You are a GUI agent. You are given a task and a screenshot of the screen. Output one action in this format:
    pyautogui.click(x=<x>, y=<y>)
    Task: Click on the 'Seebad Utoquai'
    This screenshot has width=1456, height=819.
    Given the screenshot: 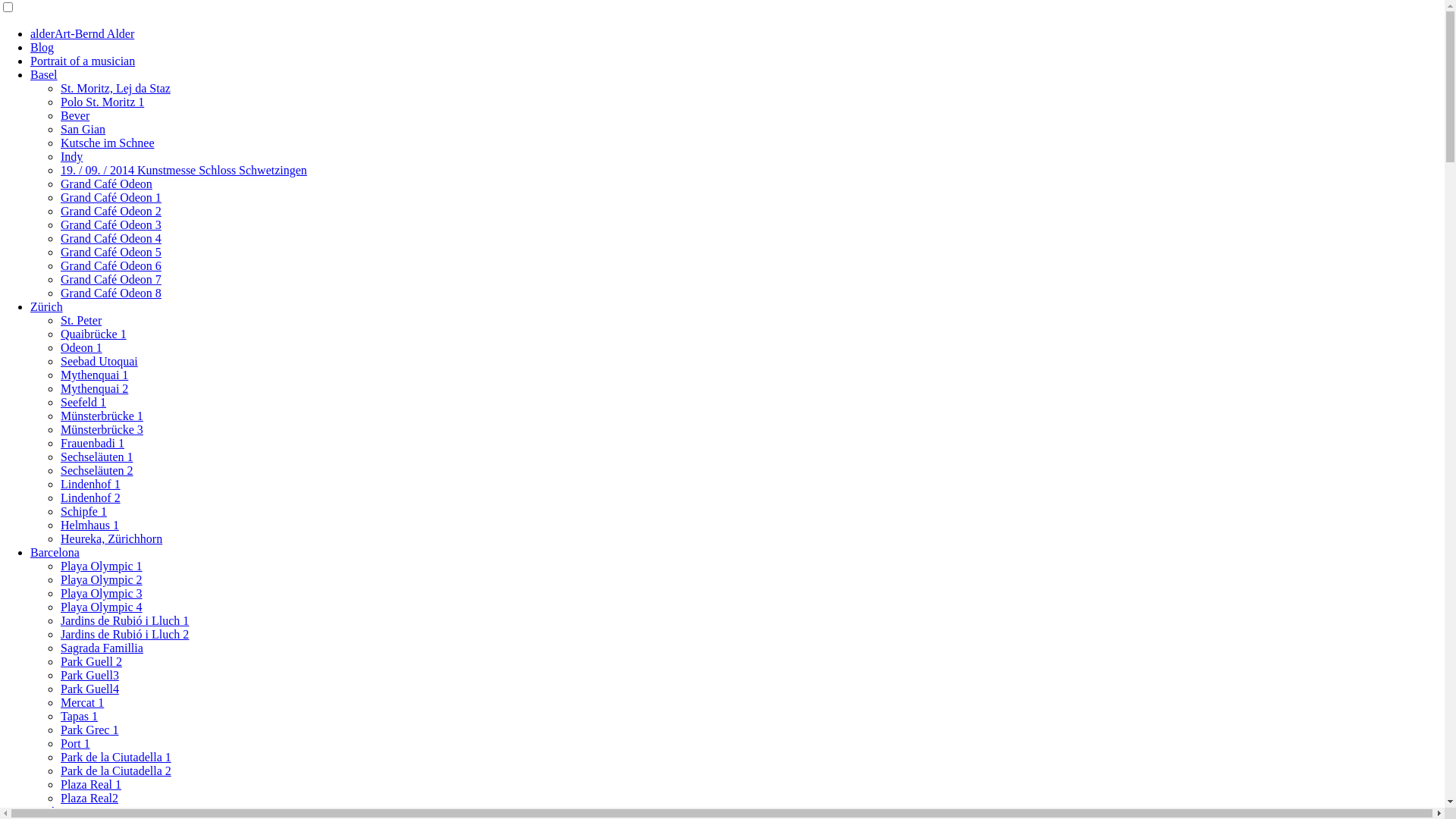 What is the action you would take?
    pyautogui.click(x=98, y=361)
    